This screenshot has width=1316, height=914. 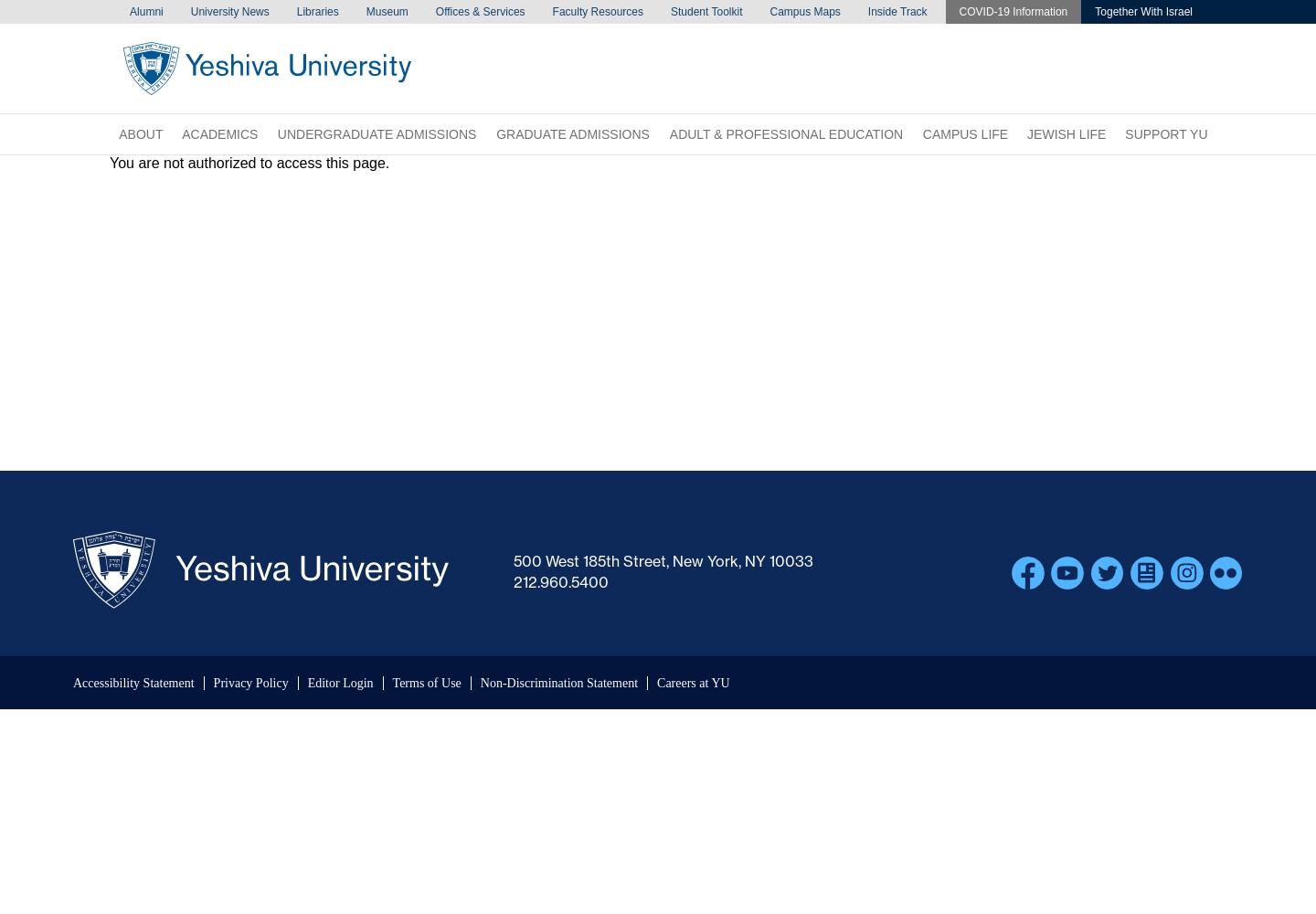 I want to click on 'Accessibility Statement', so click(x=133, y=682).